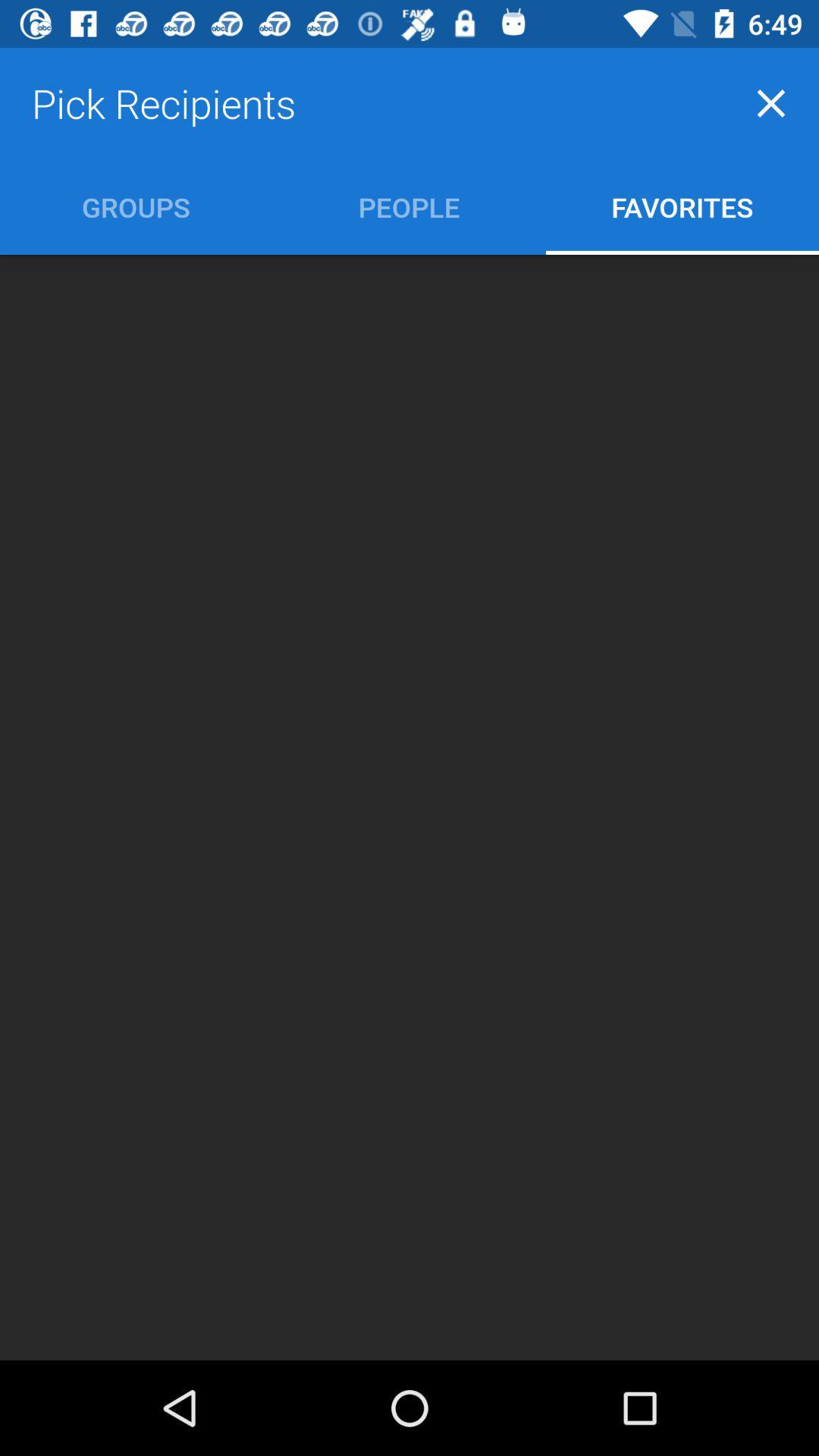  I want to click on the favorites icon, so click(681, 206).